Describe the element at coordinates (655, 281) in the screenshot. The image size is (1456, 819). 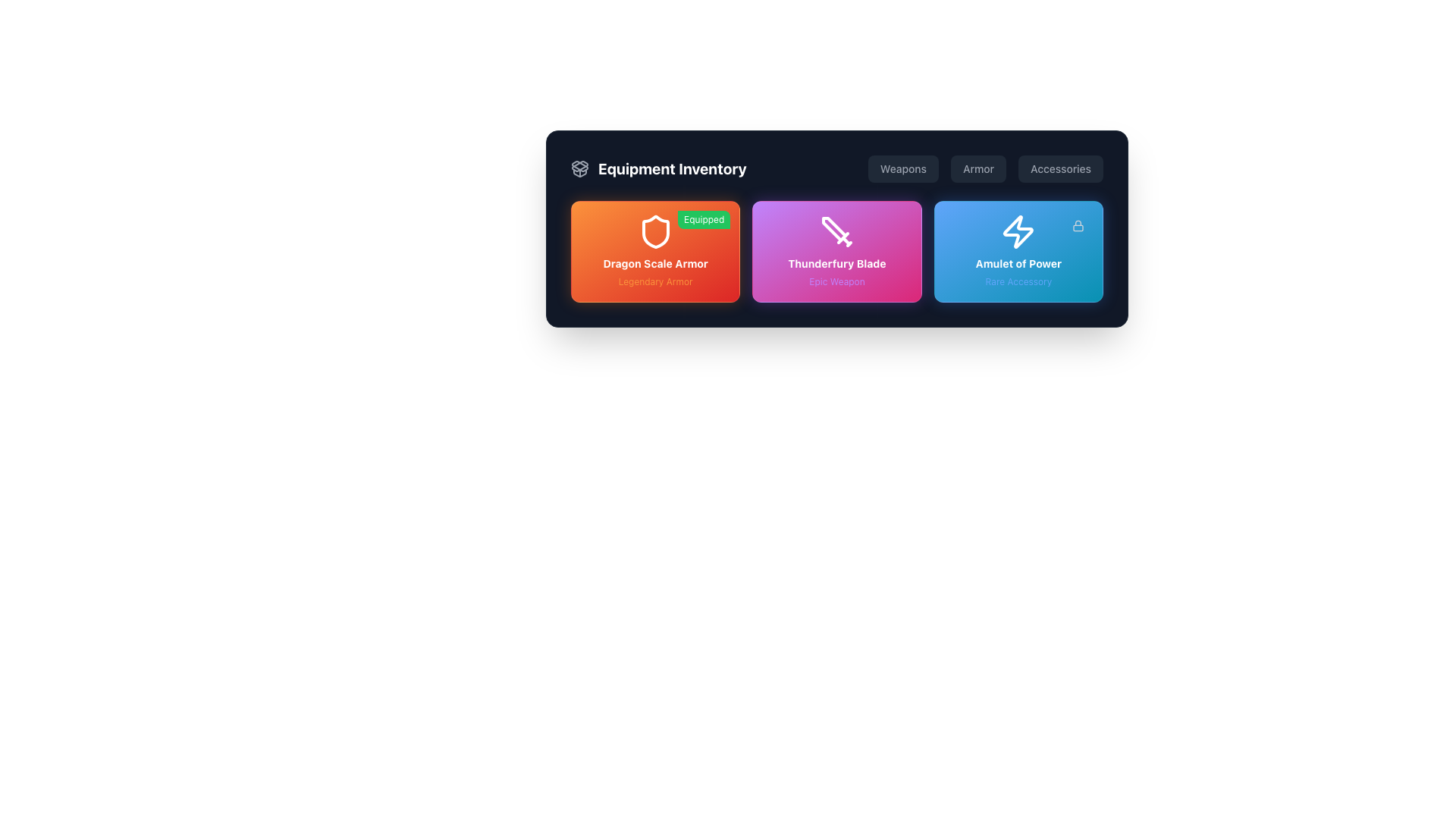
I see `the text label containing the words 'Legendary Armor', which is styled in small font size and orange color, located at the bottom of the 'Dragon Scale Armor' card` at that location.